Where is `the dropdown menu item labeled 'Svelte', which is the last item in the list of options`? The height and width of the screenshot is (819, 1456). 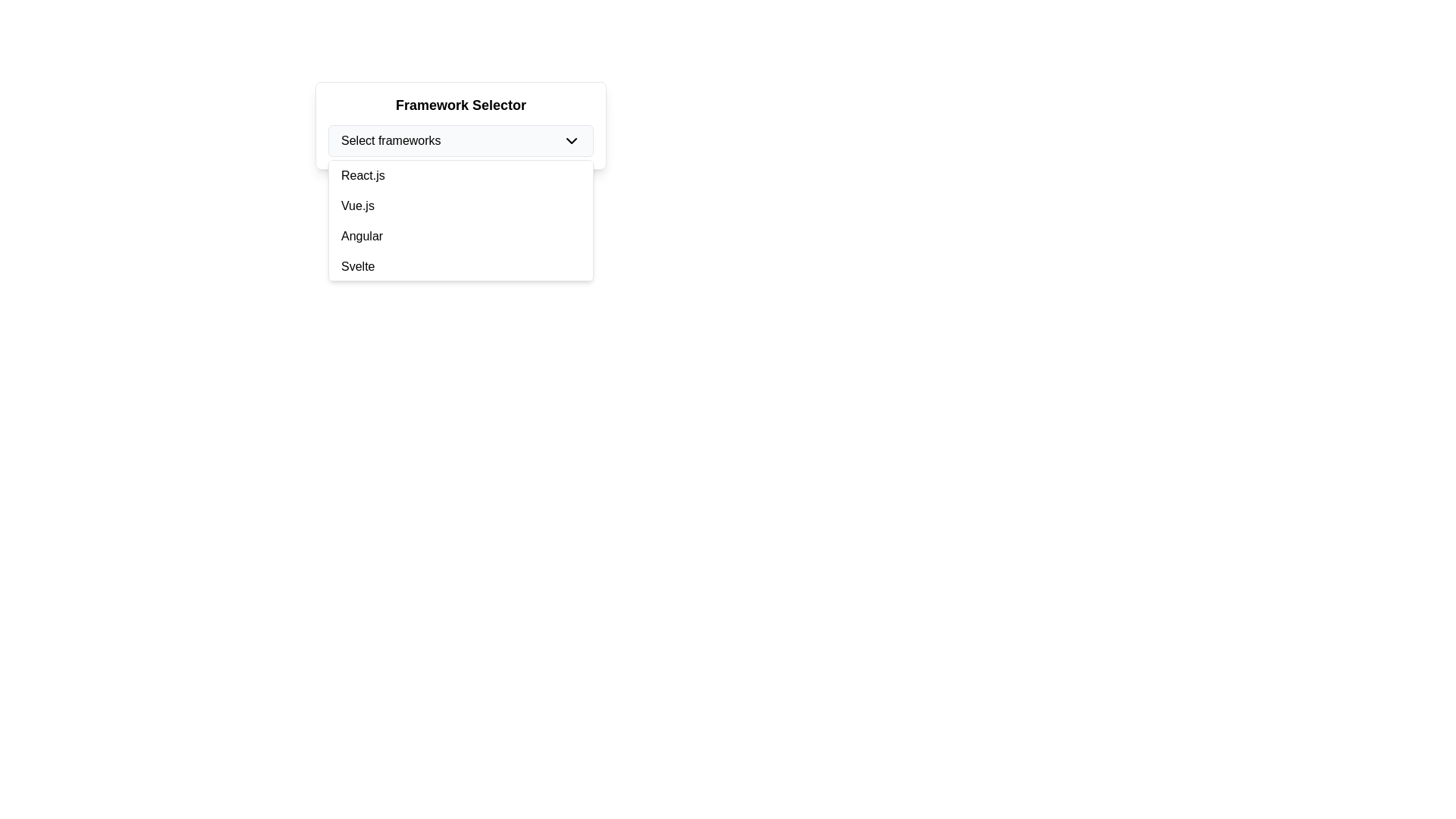
the dropdown menu item labeled 'Svelte', which is the last item in the list of options is located at coordinates (460, 265).